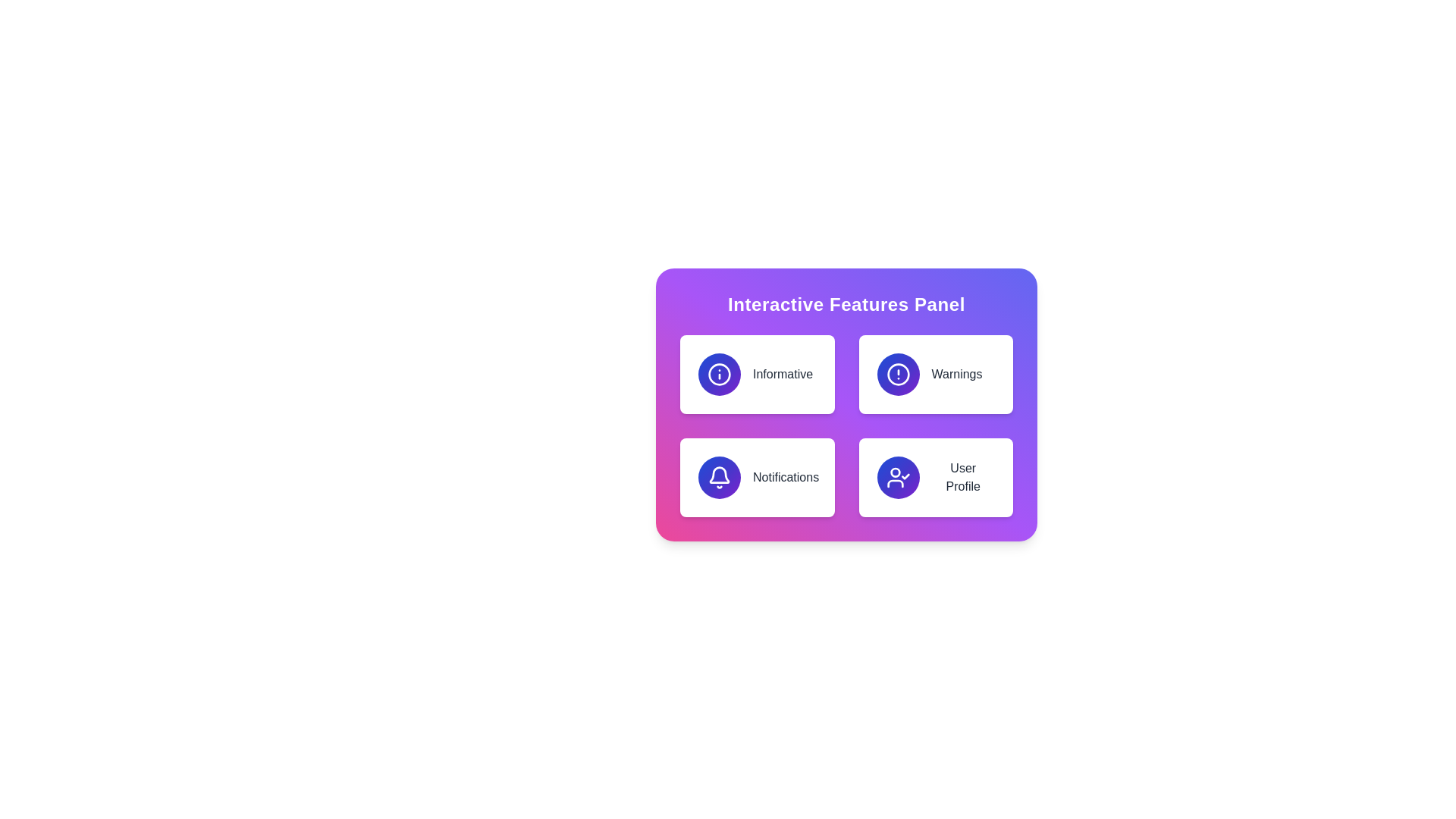  Describe the element at coordinates (719, 374) in the screenshot. I see `the Circle (SVG element) that serves as a decorative part of the 'Informative' icon located in the top-left corner of the 'Interactive Features Panel'` at that location.